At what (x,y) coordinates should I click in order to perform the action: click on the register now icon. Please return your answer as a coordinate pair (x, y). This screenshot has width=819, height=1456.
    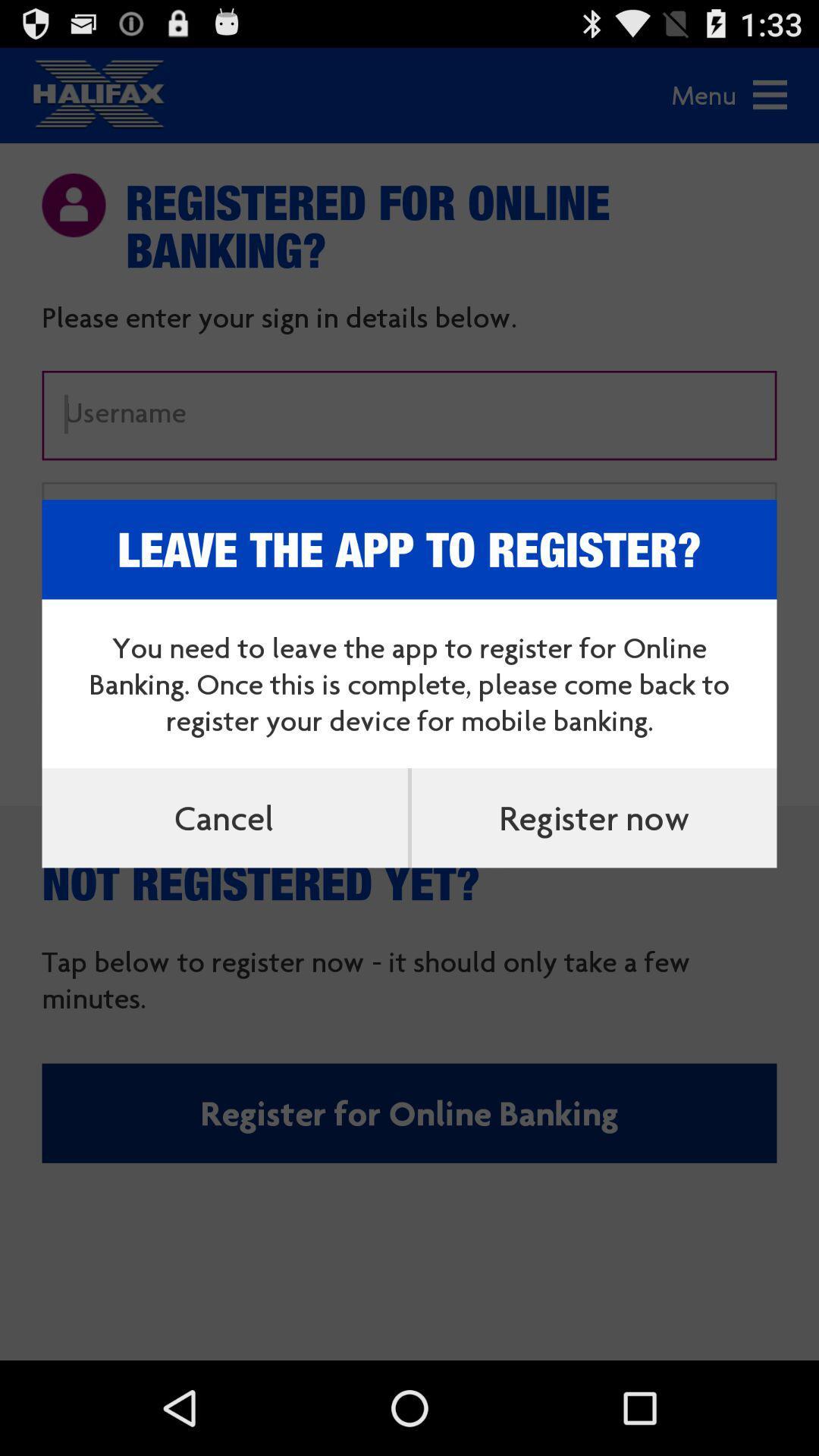
    Looking at the image, I should click on (593, 817).